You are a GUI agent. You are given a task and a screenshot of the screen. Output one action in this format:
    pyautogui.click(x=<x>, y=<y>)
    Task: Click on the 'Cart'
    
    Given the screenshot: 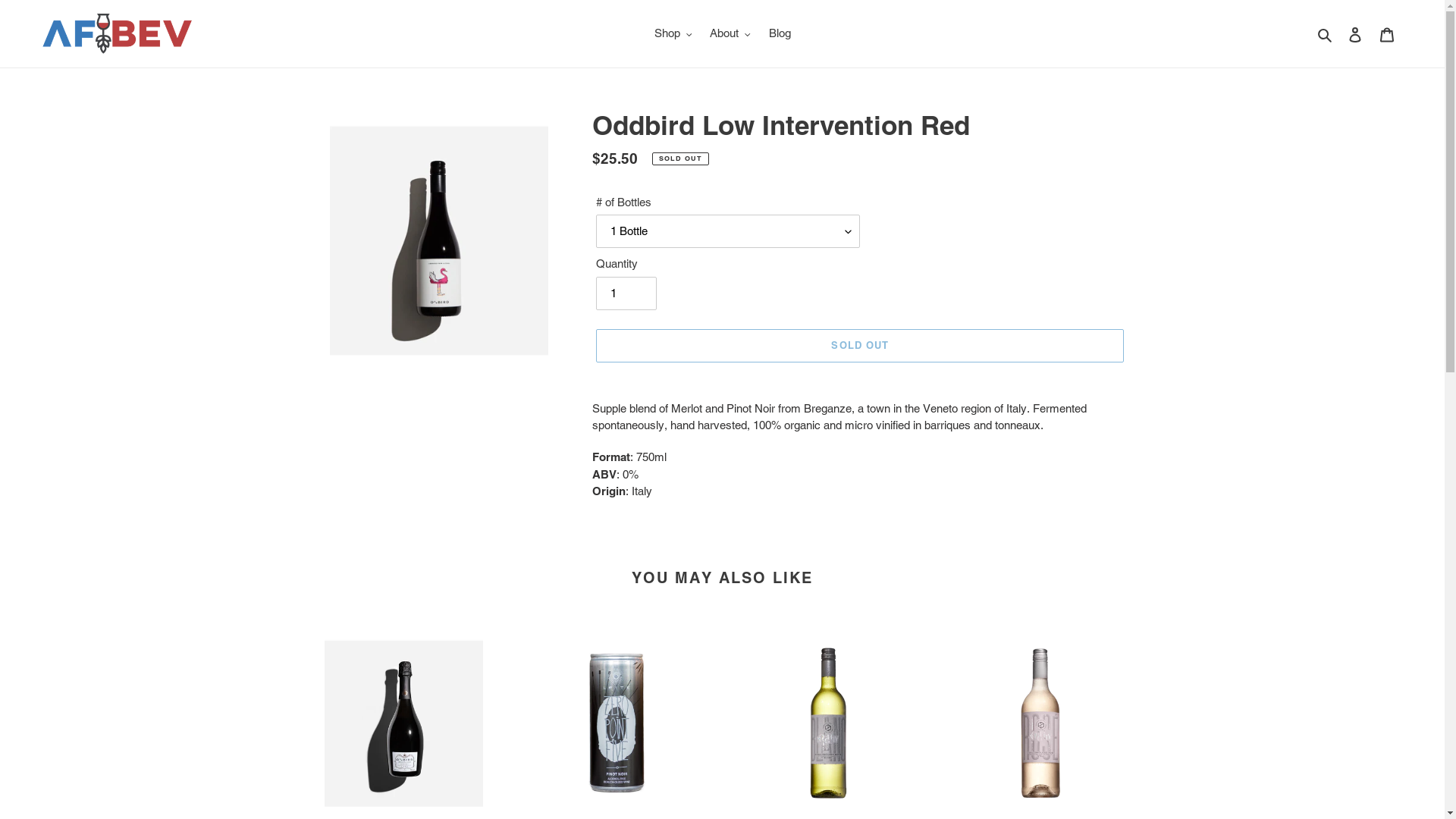 What is the action you would take?
    pyautogui.click(x=1386, y=33)
    